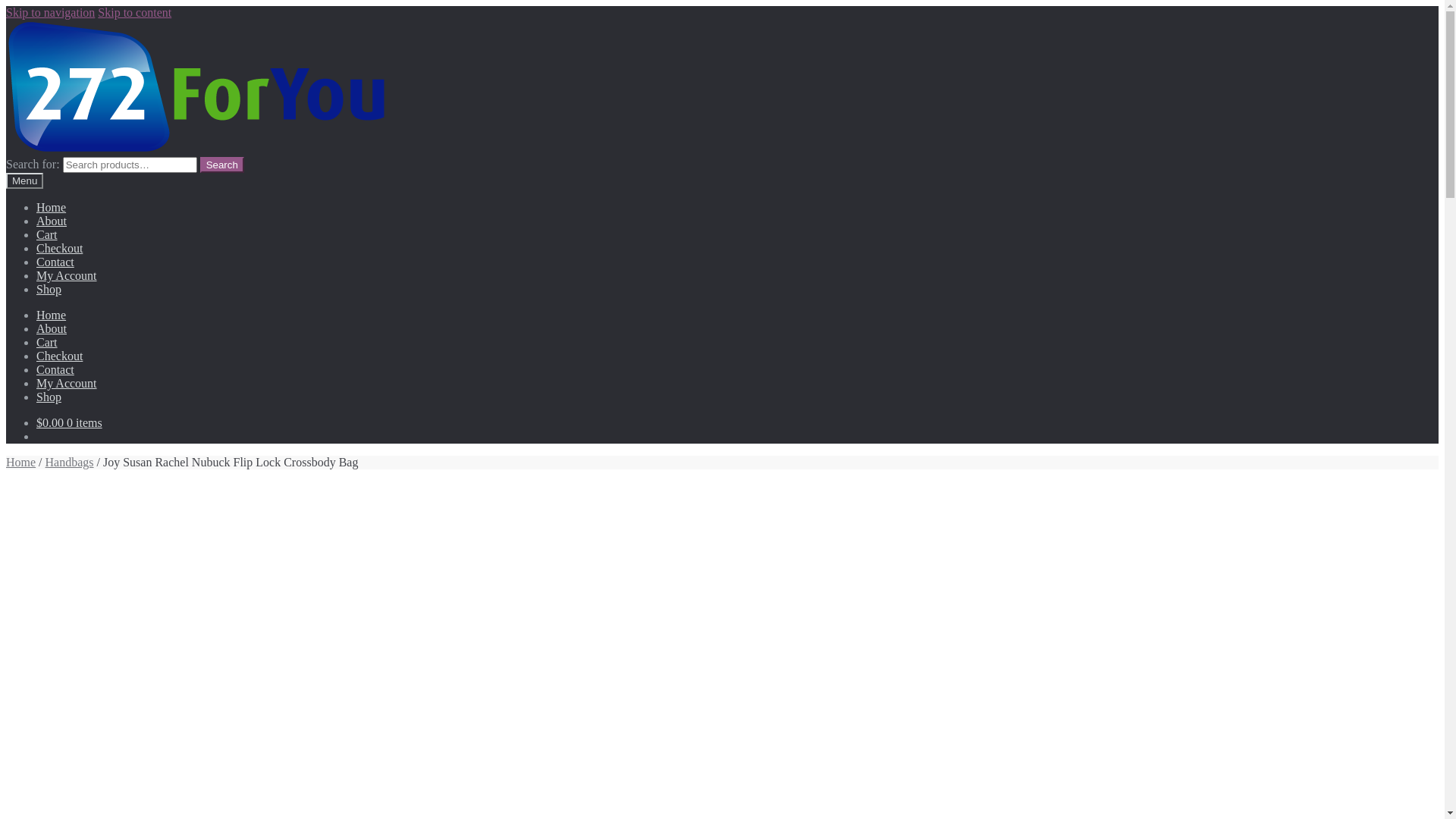  Describe the element at coordinates (6, 180) in the screenshot. I see `'Menu'` at that location.